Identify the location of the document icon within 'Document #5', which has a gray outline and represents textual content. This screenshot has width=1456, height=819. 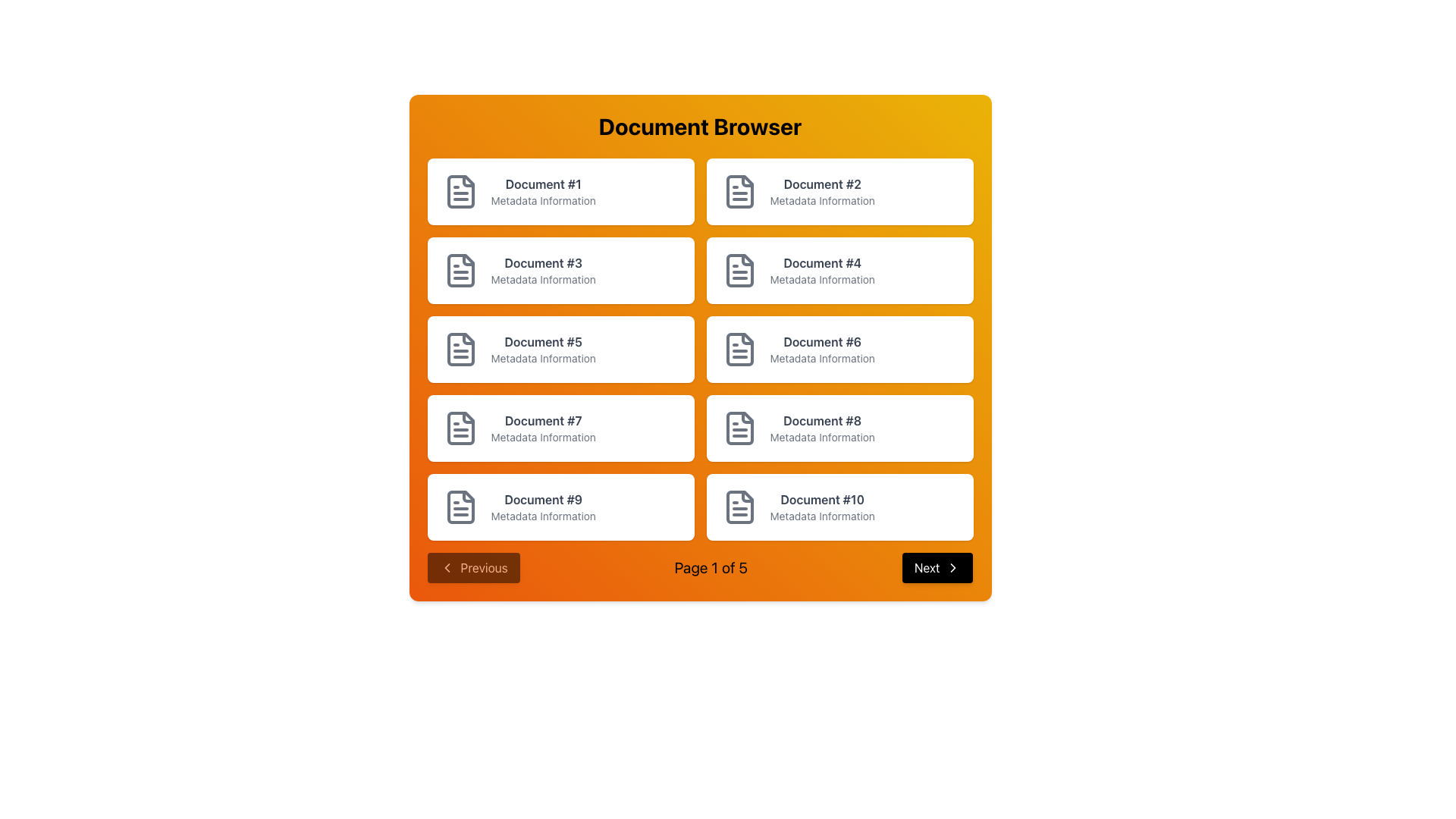
(460, 350).